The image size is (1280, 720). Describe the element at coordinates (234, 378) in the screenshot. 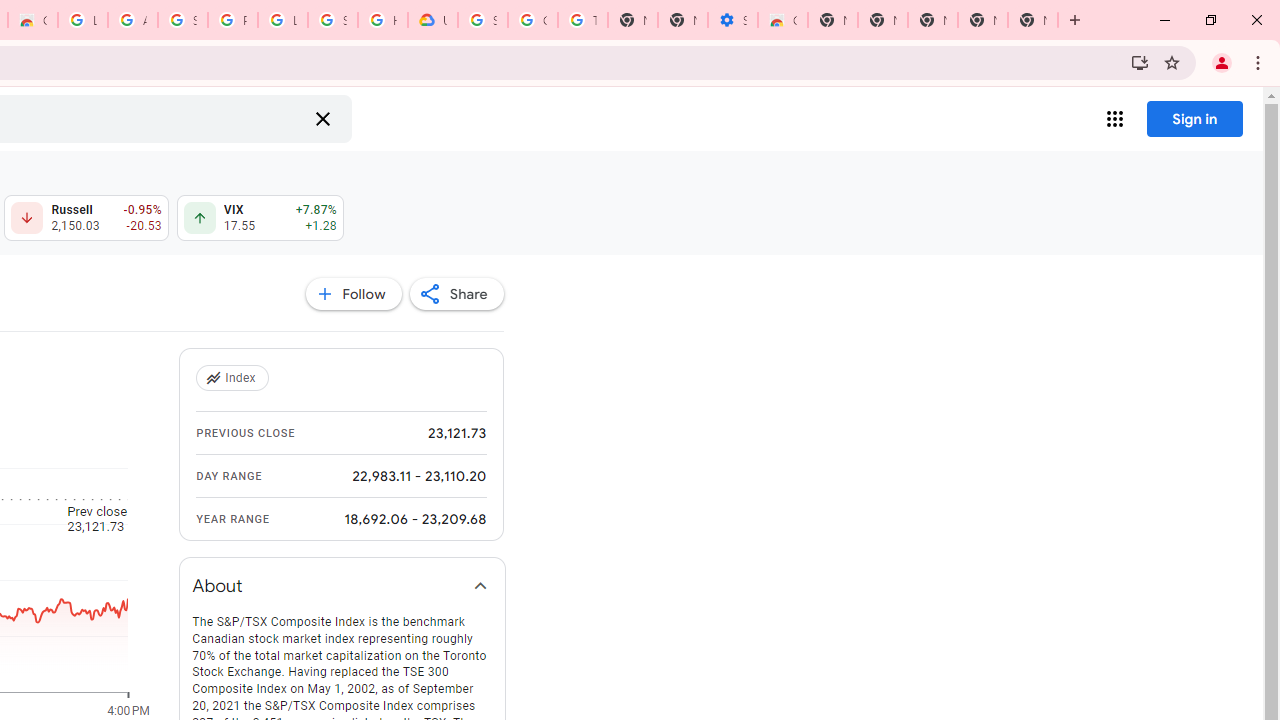

I see `'Index'` at that location.